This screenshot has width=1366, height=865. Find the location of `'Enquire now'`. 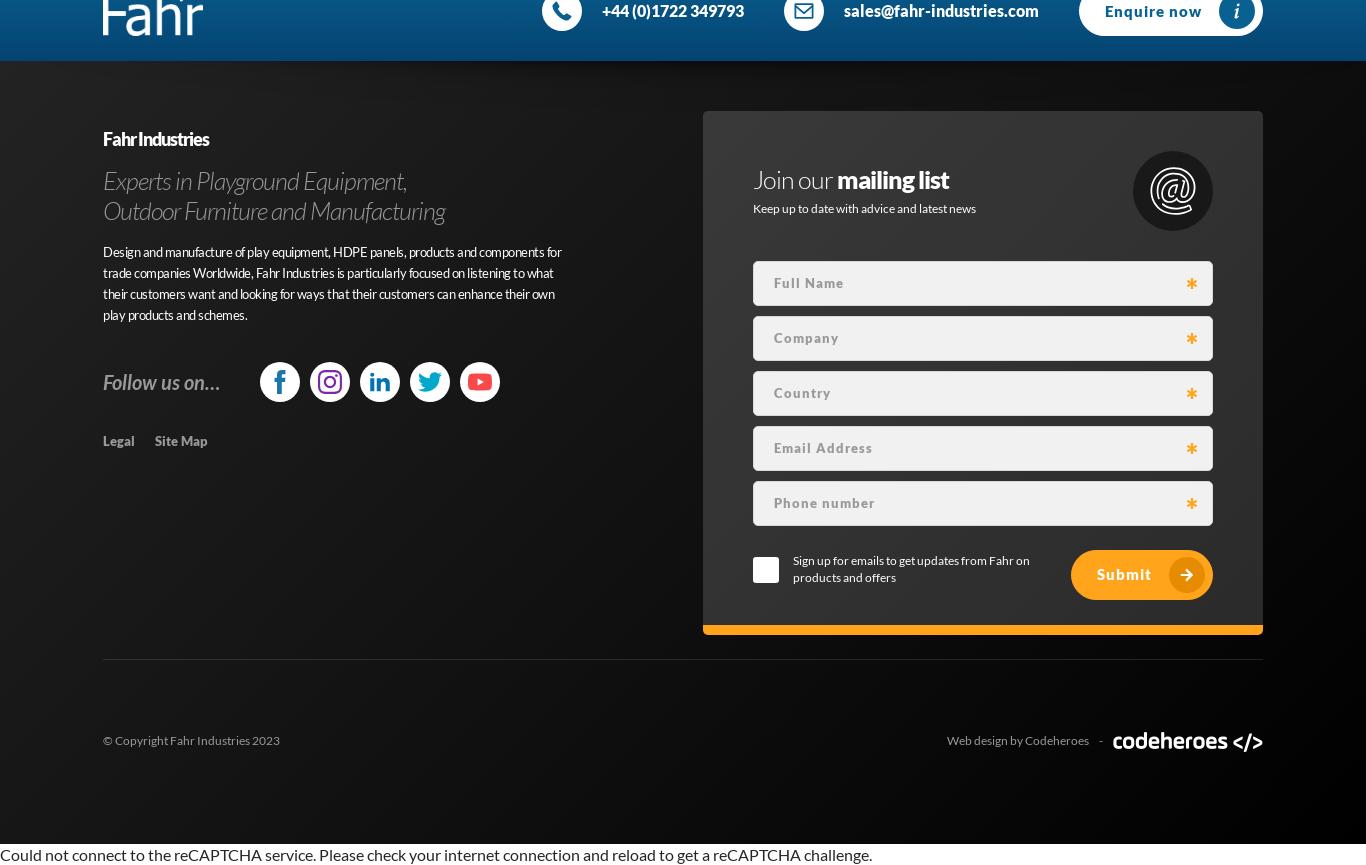

'Enquire now' is located at coordinates (1153, 10).